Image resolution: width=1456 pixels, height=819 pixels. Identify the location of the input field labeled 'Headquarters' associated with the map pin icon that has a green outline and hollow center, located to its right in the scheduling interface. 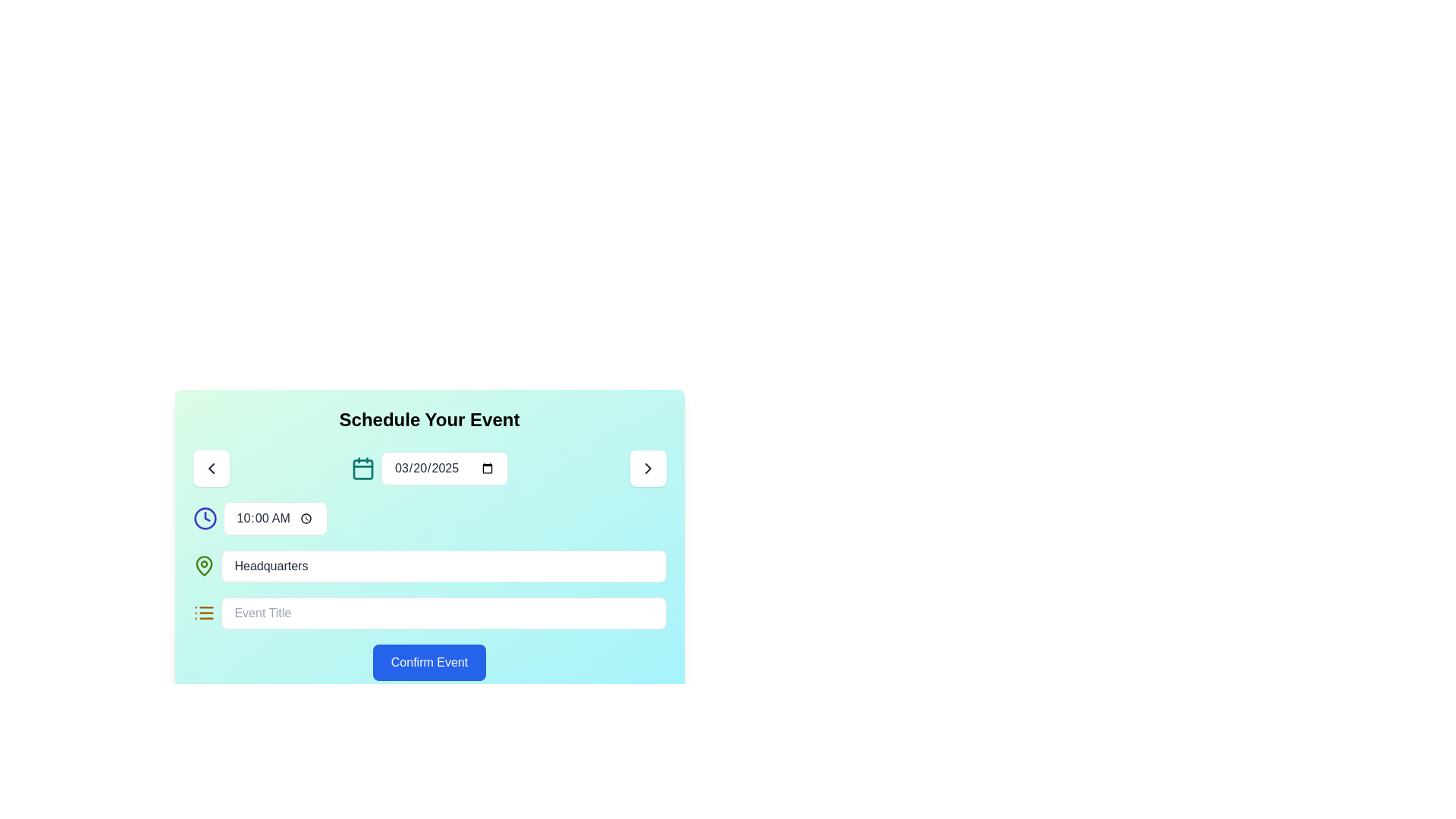
(203, 566).